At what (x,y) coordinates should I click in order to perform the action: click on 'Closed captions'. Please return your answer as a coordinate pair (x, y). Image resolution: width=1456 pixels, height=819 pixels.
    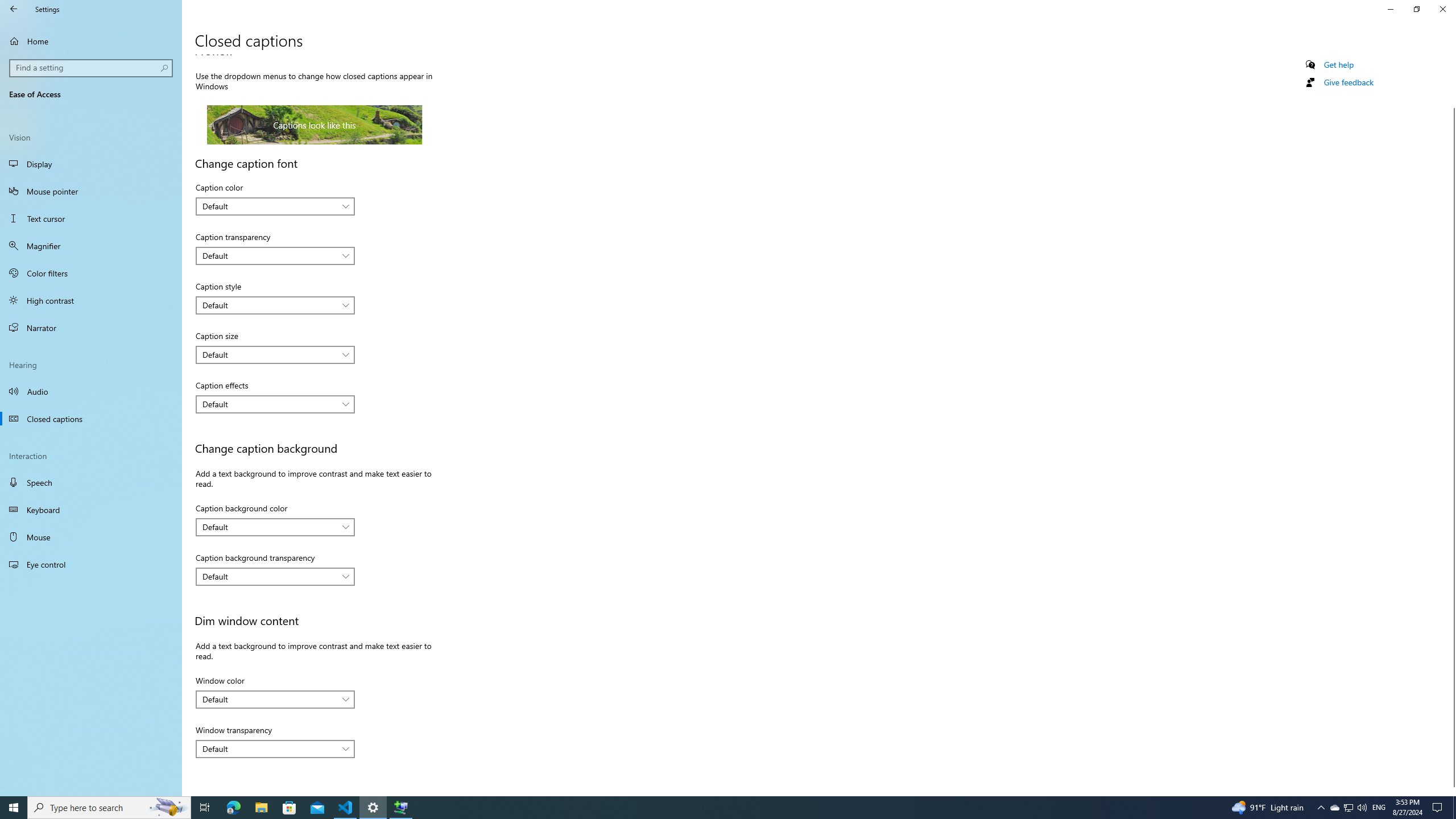
    Looking at the image, I should click on (90, 418).